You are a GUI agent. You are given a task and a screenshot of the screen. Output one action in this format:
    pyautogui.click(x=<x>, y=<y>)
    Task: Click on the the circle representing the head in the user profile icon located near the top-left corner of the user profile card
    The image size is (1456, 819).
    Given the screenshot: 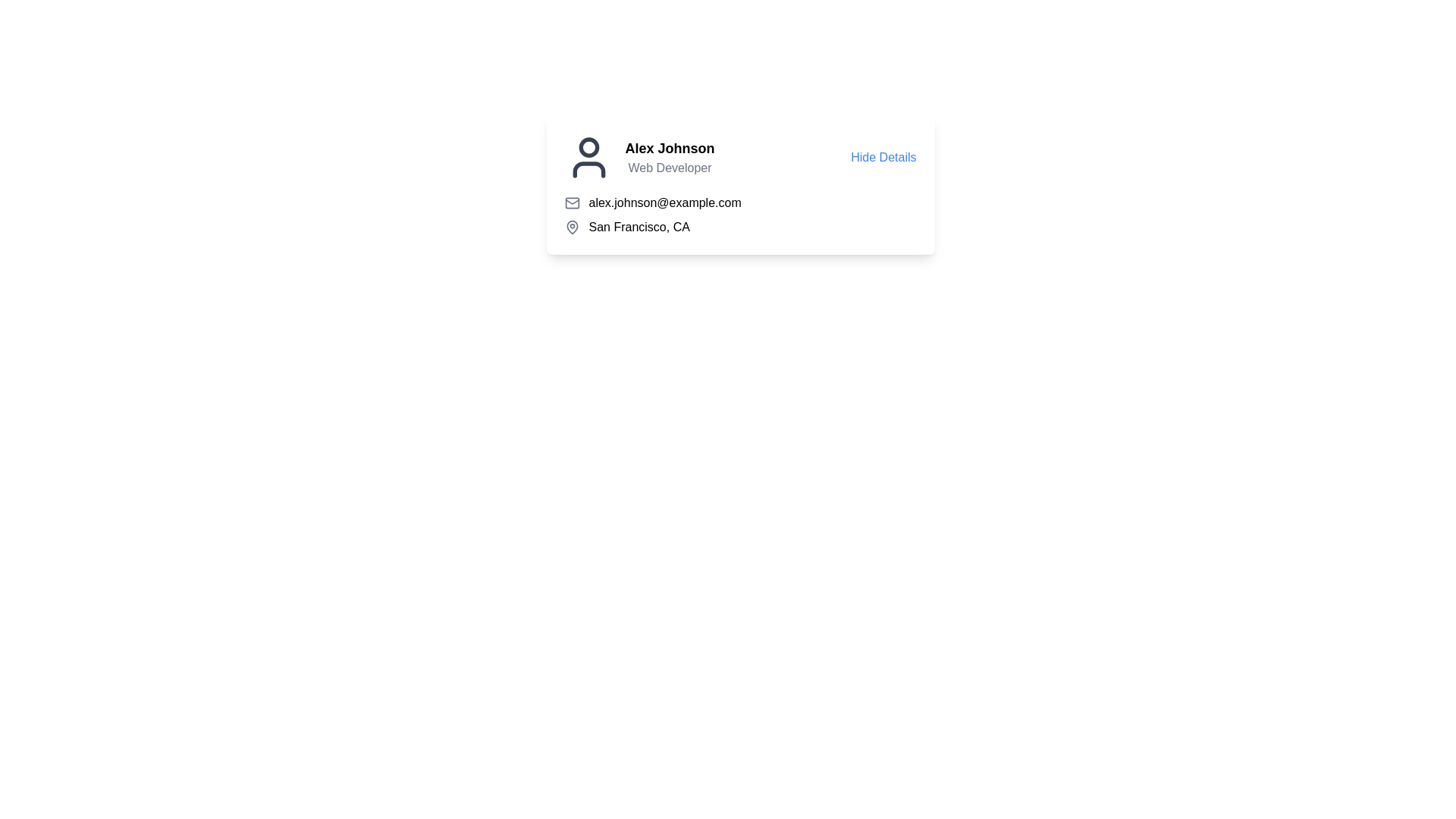 What is the action you would take?
    pyautogui.click(x=588, y=147)
    